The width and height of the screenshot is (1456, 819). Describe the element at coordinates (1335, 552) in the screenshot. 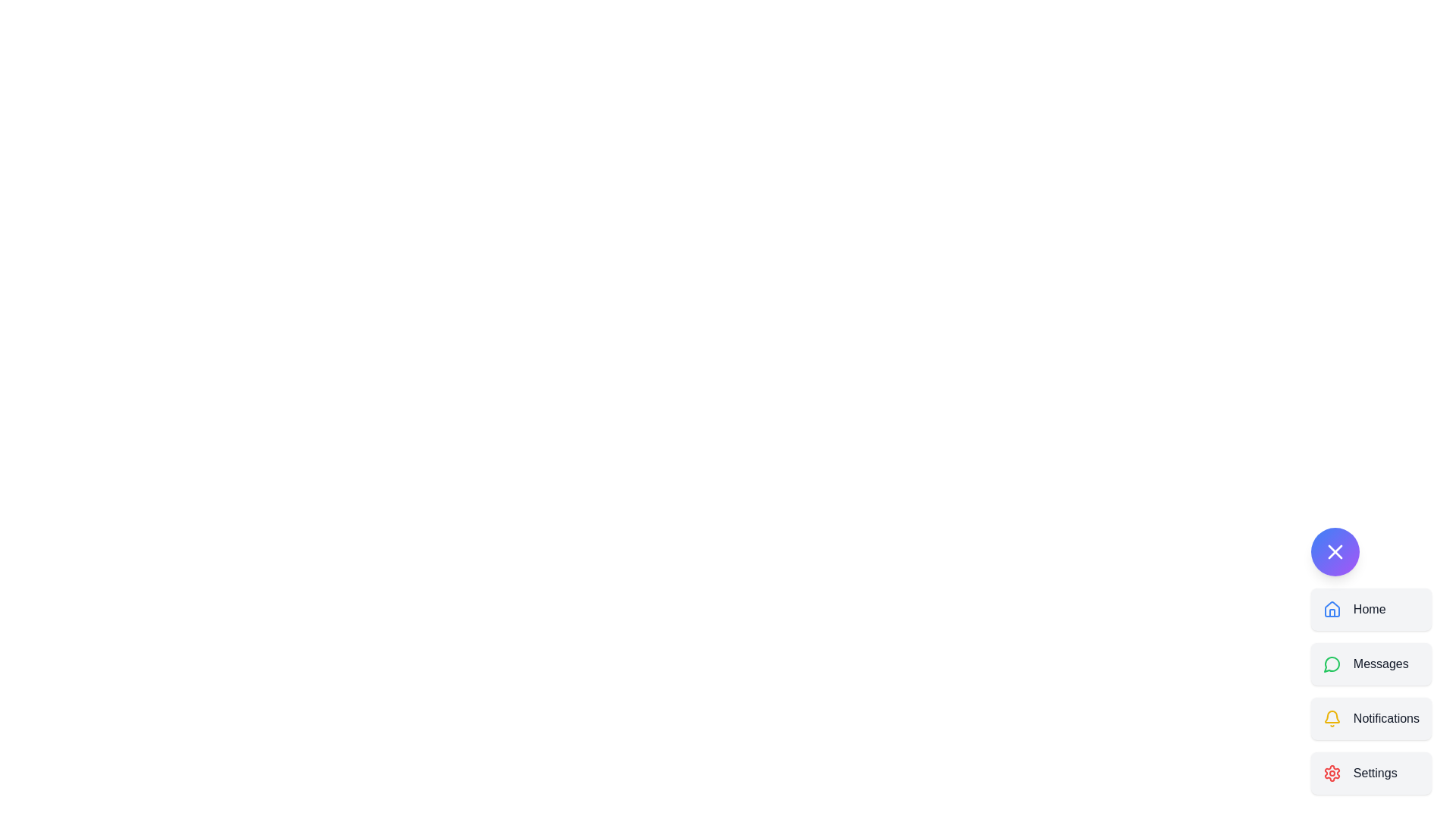

I see `the circular button located at the top-right corner of the vertical menu list` at that location.